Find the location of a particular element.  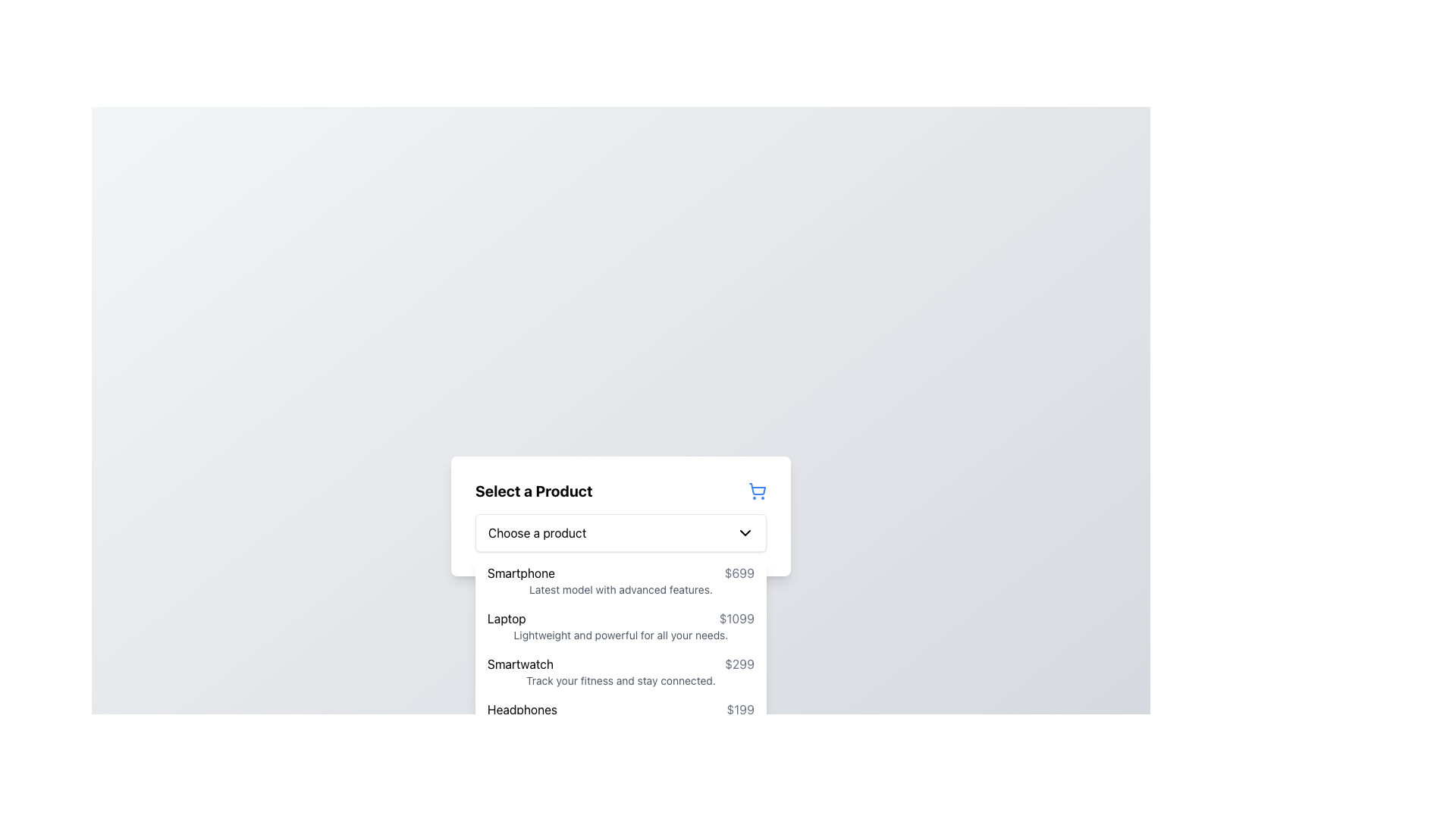

to select the 'Headphones' product option in the dropdown menu, which is the fourth item displaying the price '$199' and description below it is located at coordinates (621, 717).